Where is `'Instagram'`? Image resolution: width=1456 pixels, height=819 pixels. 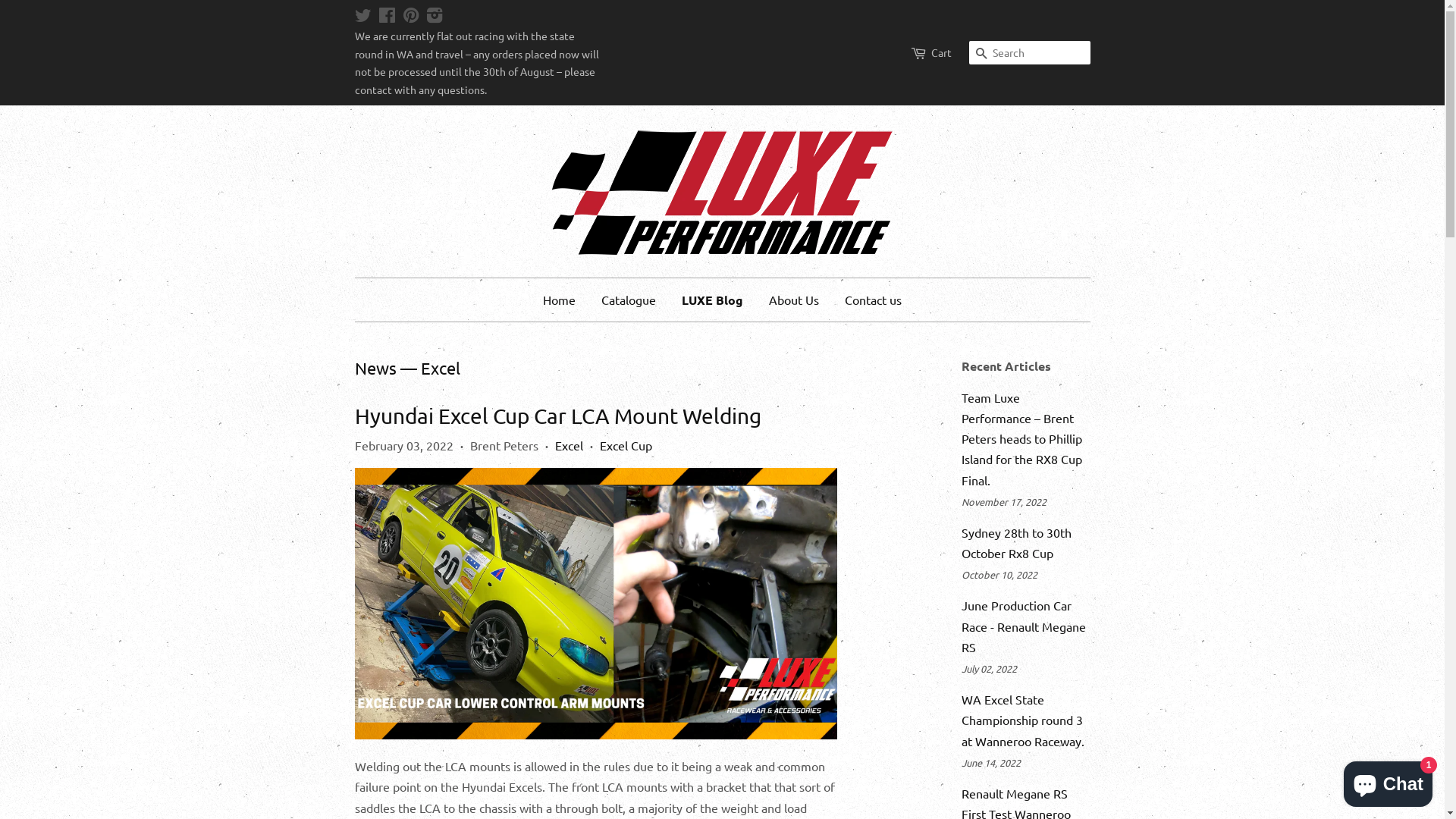
'Instagram' is located at coordinates (433, 17).